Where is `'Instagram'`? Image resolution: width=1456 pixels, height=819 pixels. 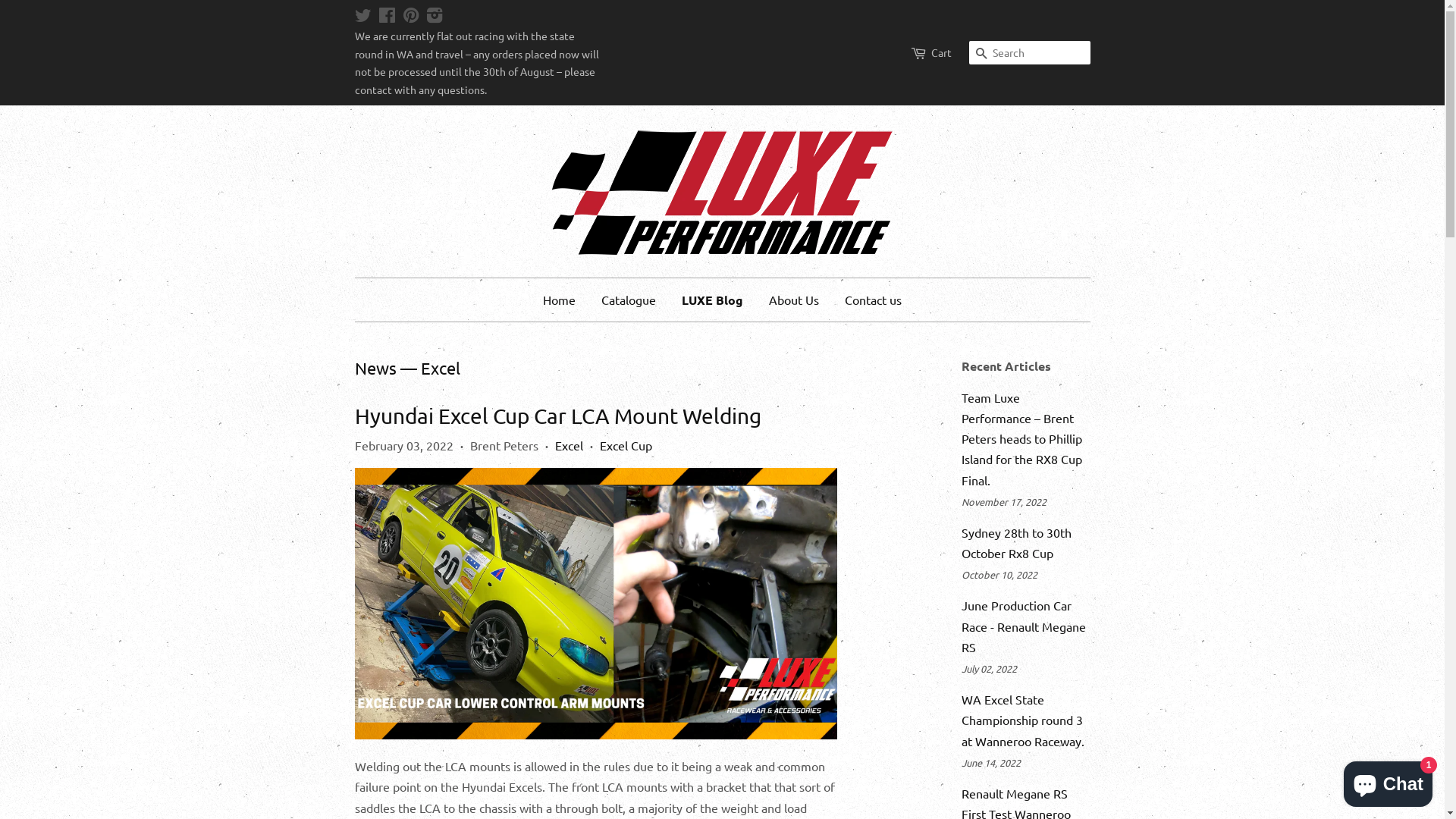
'Instagram' is located at coordinates (433, 17).